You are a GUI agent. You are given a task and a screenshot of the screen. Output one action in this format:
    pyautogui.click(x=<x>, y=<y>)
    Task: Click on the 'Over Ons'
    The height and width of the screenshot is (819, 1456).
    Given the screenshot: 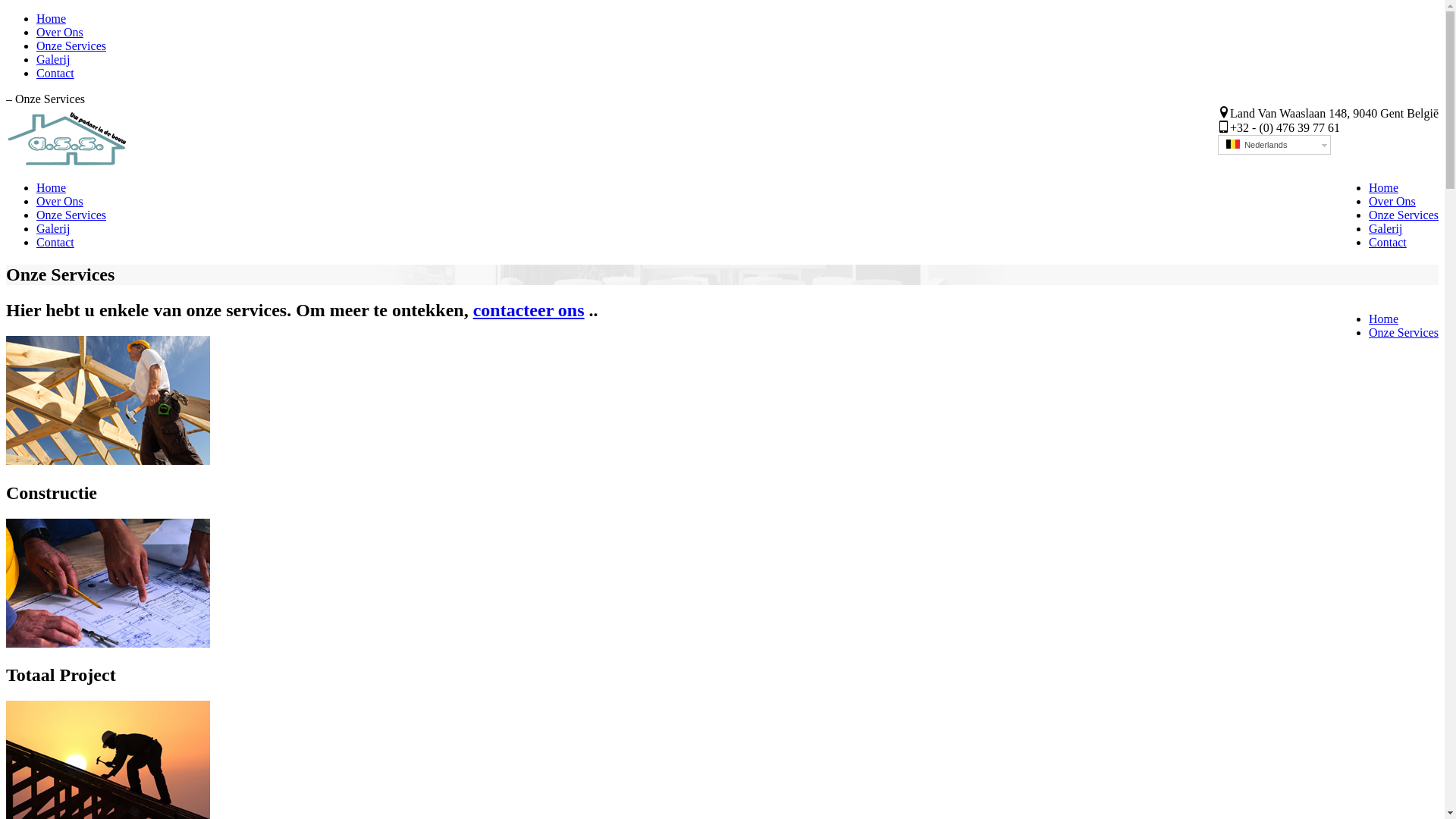 What is the action you would take?
    pyautogui.click(x=1392, y=200)
    